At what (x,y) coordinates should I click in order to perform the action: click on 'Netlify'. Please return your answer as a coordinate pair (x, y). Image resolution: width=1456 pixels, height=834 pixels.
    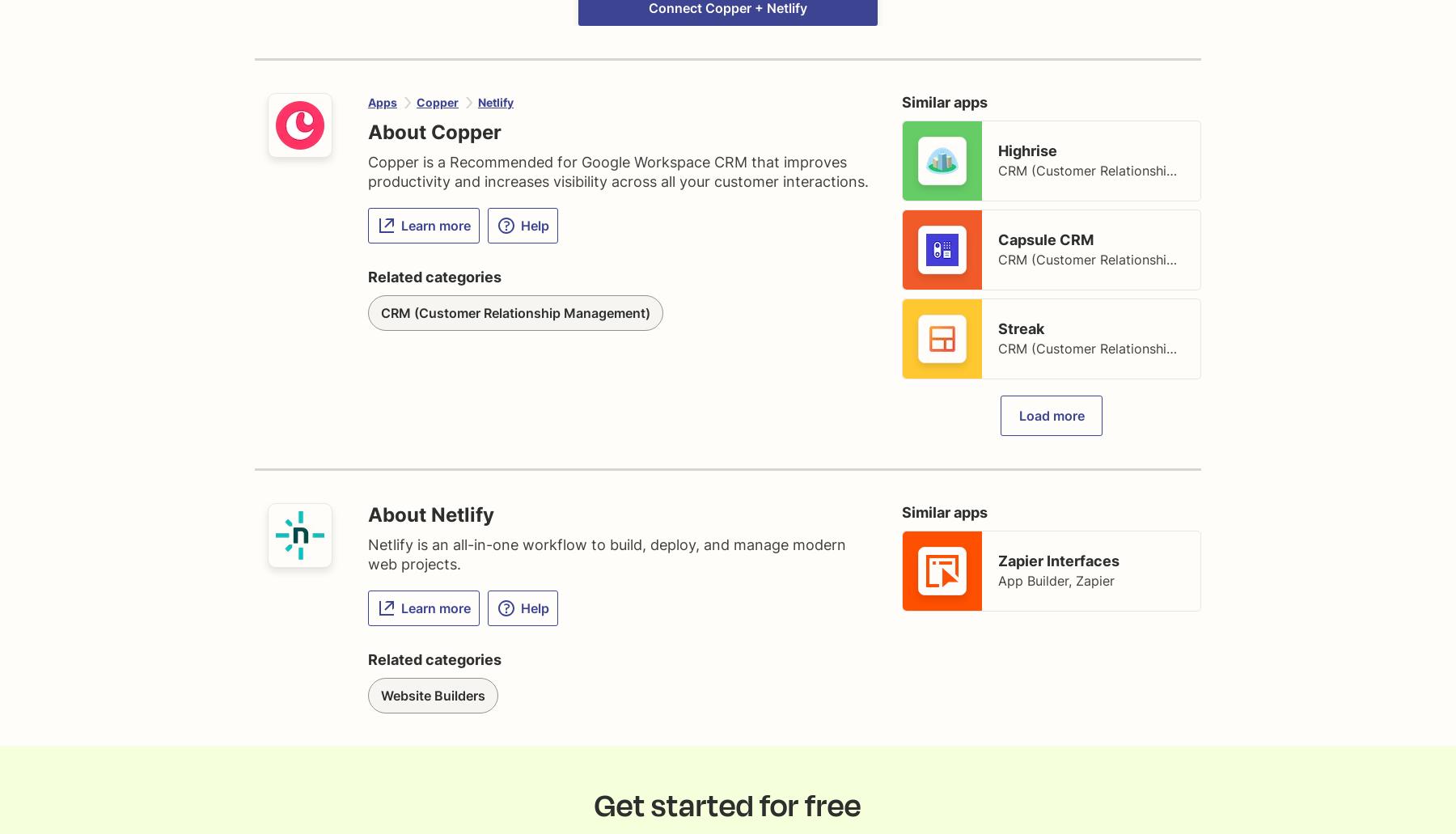
    Looking at the image, I should click on (496, 101).